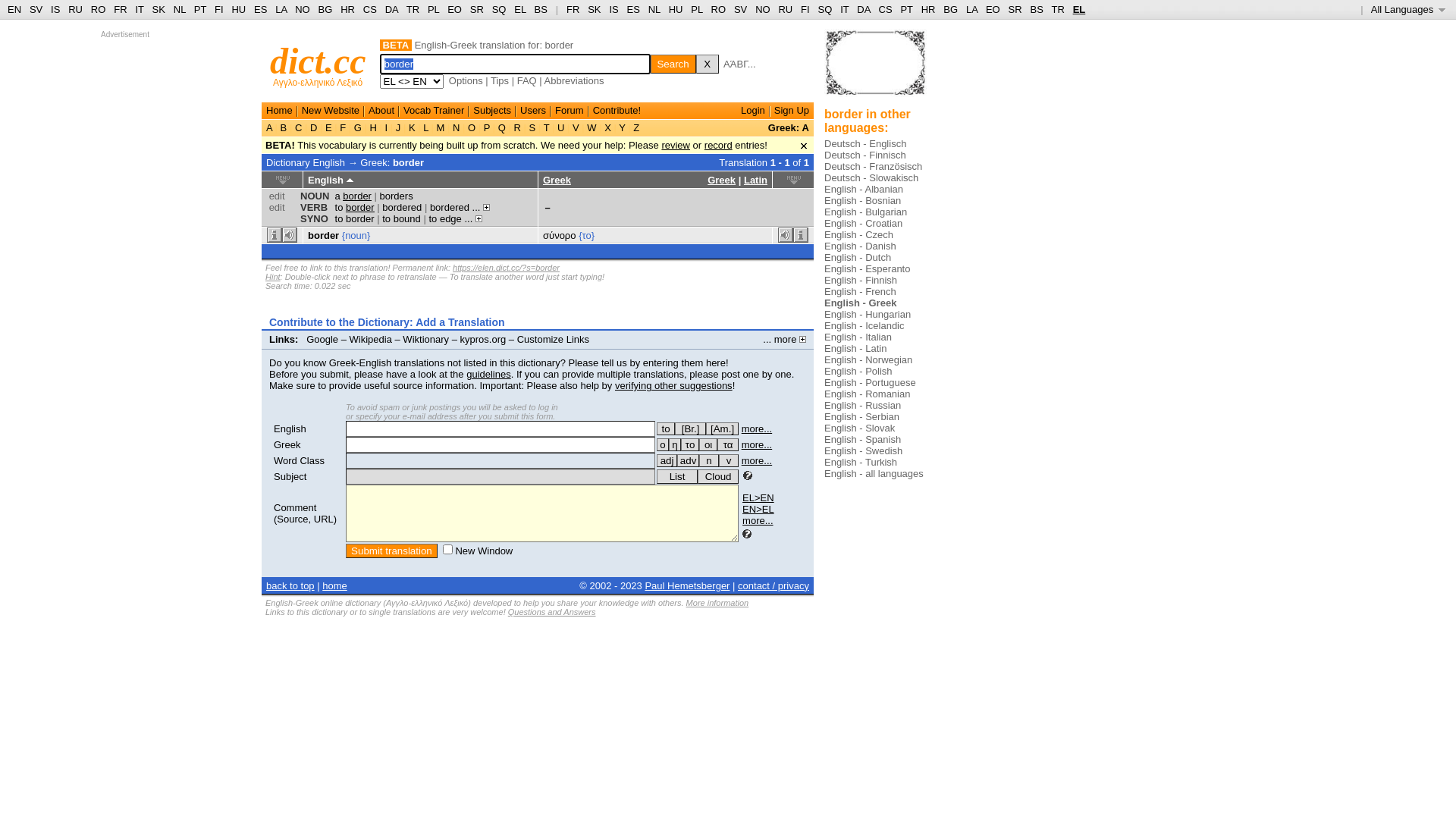 This screenshot has height=819, width=1456. I want to click on 'Contribute!', so click(617, 109).